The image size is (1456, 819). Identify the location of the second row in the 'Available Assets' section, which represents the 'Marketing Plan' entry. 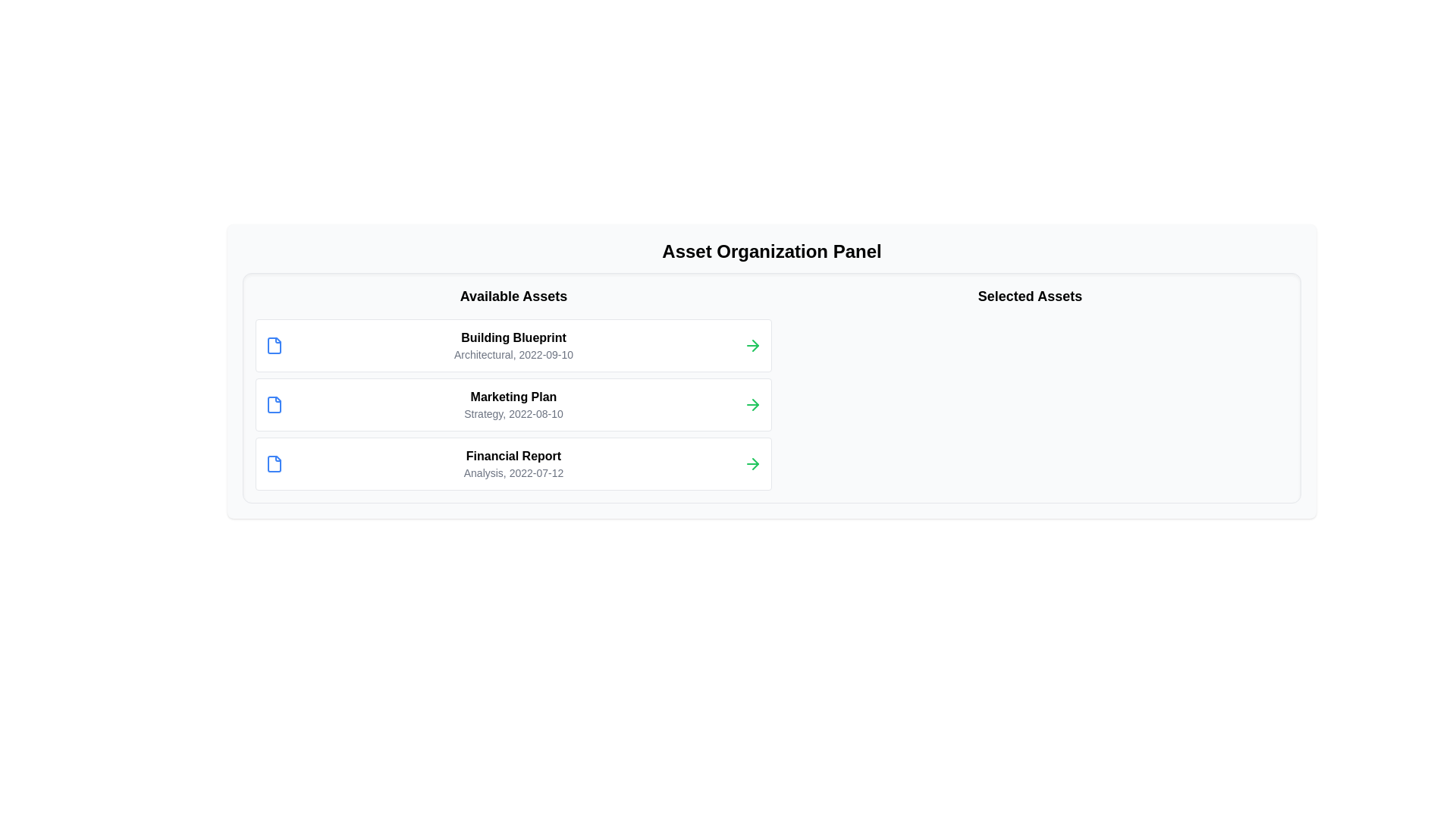
(513, 403).